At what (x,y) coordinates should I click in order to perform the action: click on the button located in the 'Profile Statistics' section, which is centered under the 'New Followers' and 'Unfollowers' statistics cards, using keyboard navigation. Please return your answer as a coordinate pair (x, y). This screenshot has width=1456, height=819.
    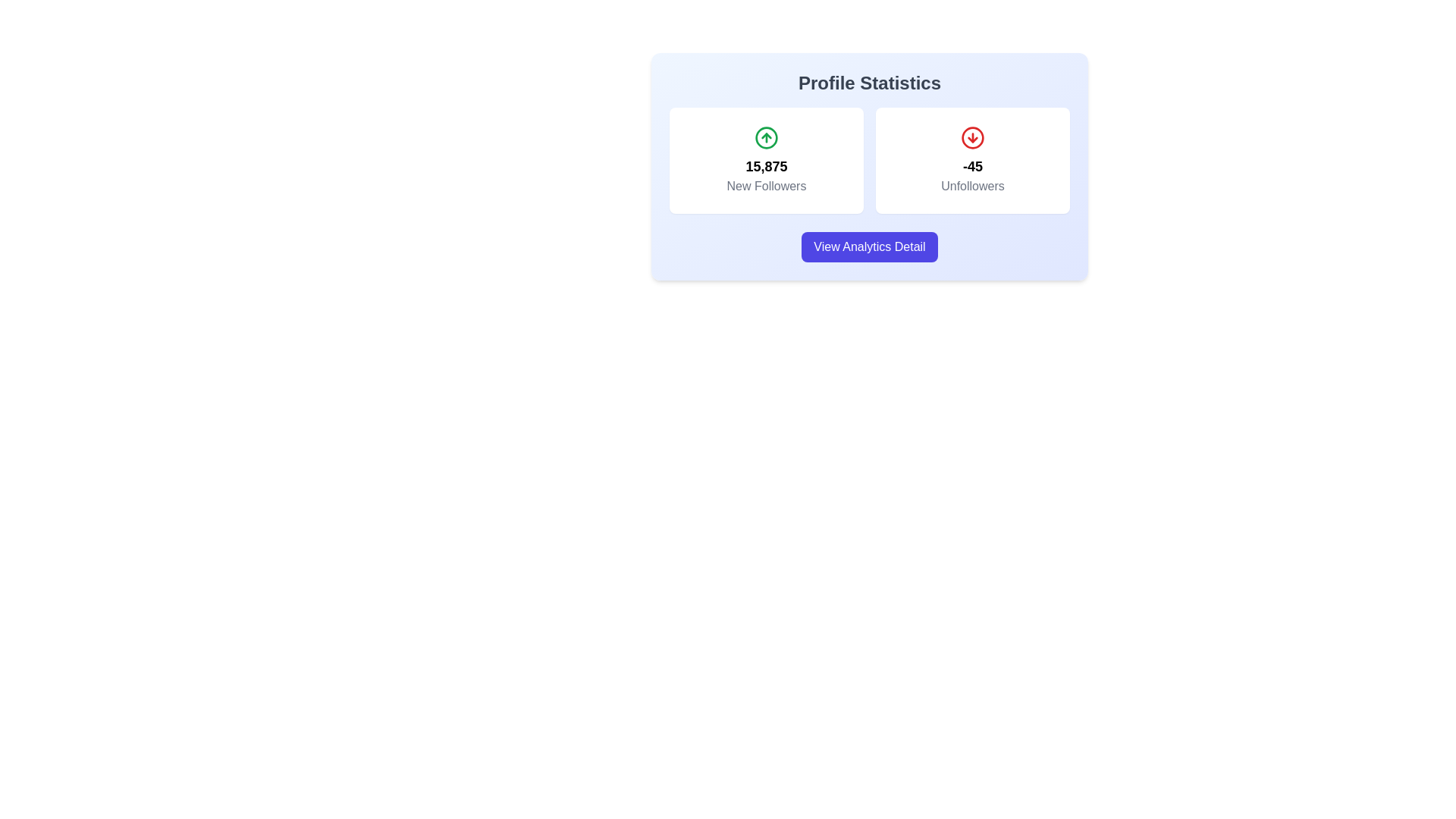
    Looking at the image, I should click on (870, 246).